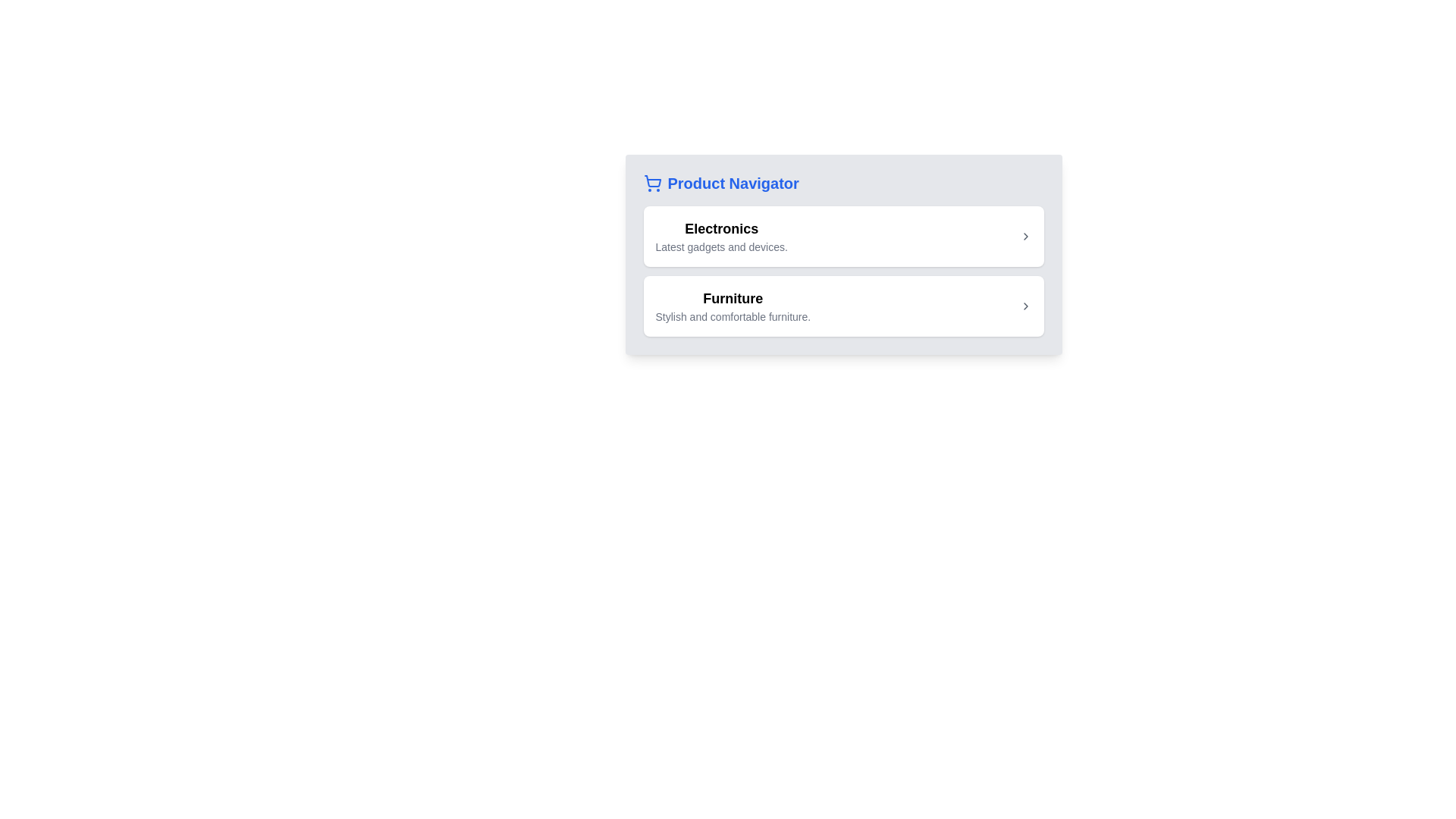 This screenshot has width=1456, height=819. Describe the element at coordinates (843, 306) in the screenshot. I see `the Navigation Panel containing the 'Furniture' title` at that location.